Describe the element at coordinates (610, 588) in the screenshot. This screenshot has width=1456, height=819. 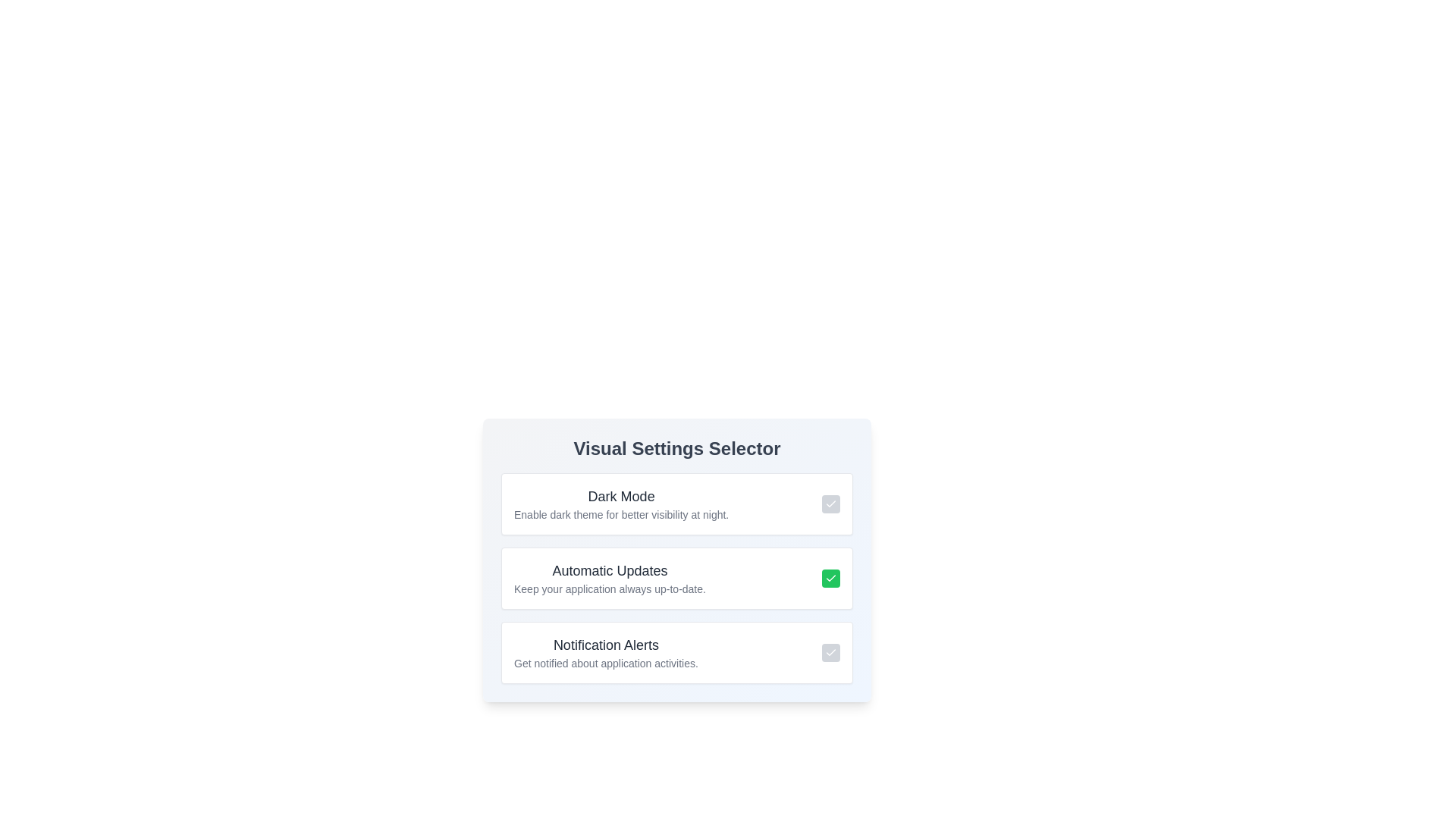
I see `the static text that describes the purpose of the 'Automatic Updates' feature, located within the settings interface under the 'Automatic Updates' section` at that location.